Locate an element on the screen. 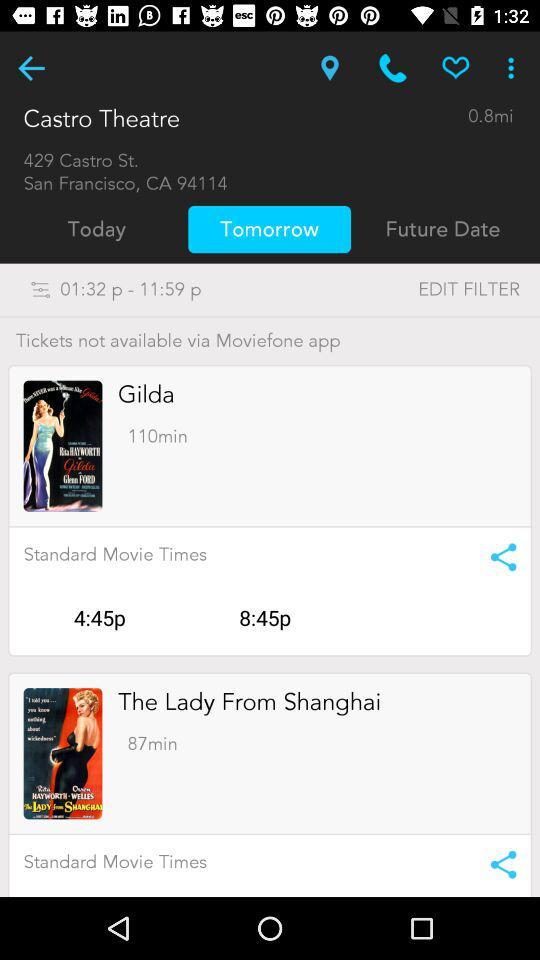 The width and height of the screenshot is (540, 960). the item above the 87min icon is located at coordinates (249, 702).